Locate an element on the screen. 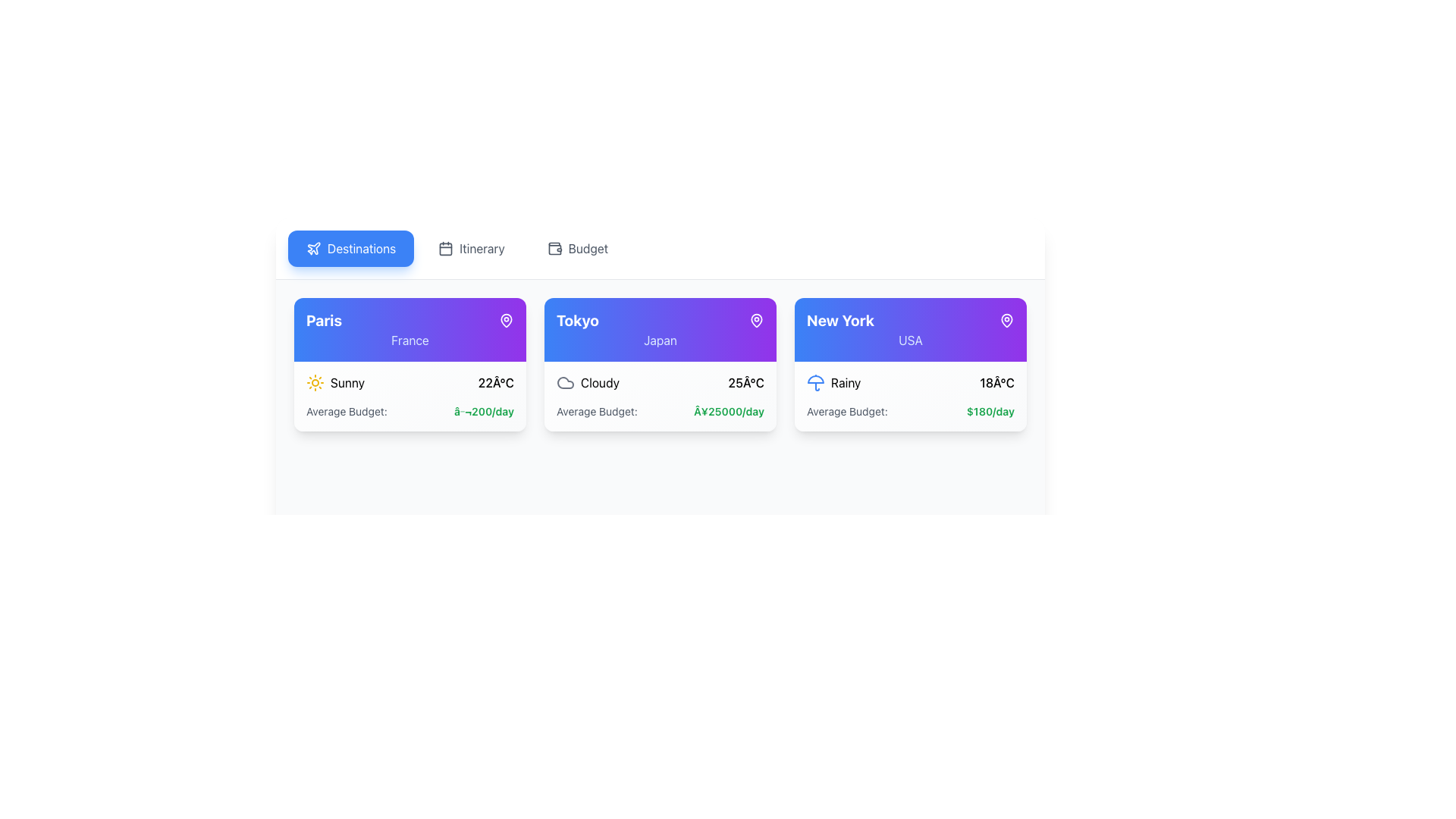  the static text label 'Japan' located directly below the 'Tokyo' title in the central card of the UI layout is located at coordinates (660, 339).